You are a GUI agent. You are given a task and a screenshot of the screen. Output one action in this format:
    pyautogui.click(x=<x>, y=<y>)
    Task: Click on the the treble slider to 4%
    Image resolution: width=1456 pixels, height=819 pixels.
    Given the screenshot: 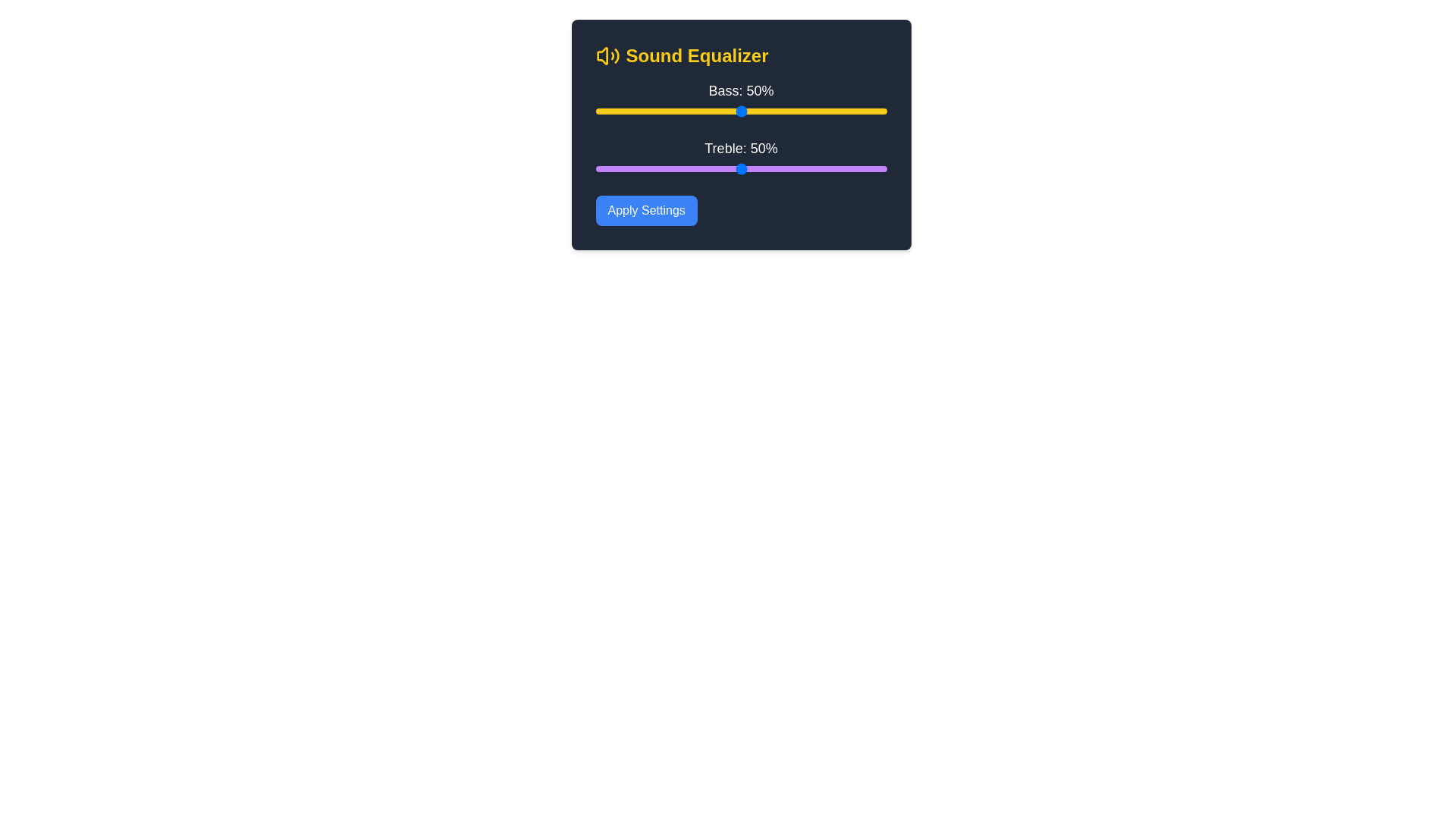 What is the action you would take?
    pyautogui.click(x=607, y=169)
    